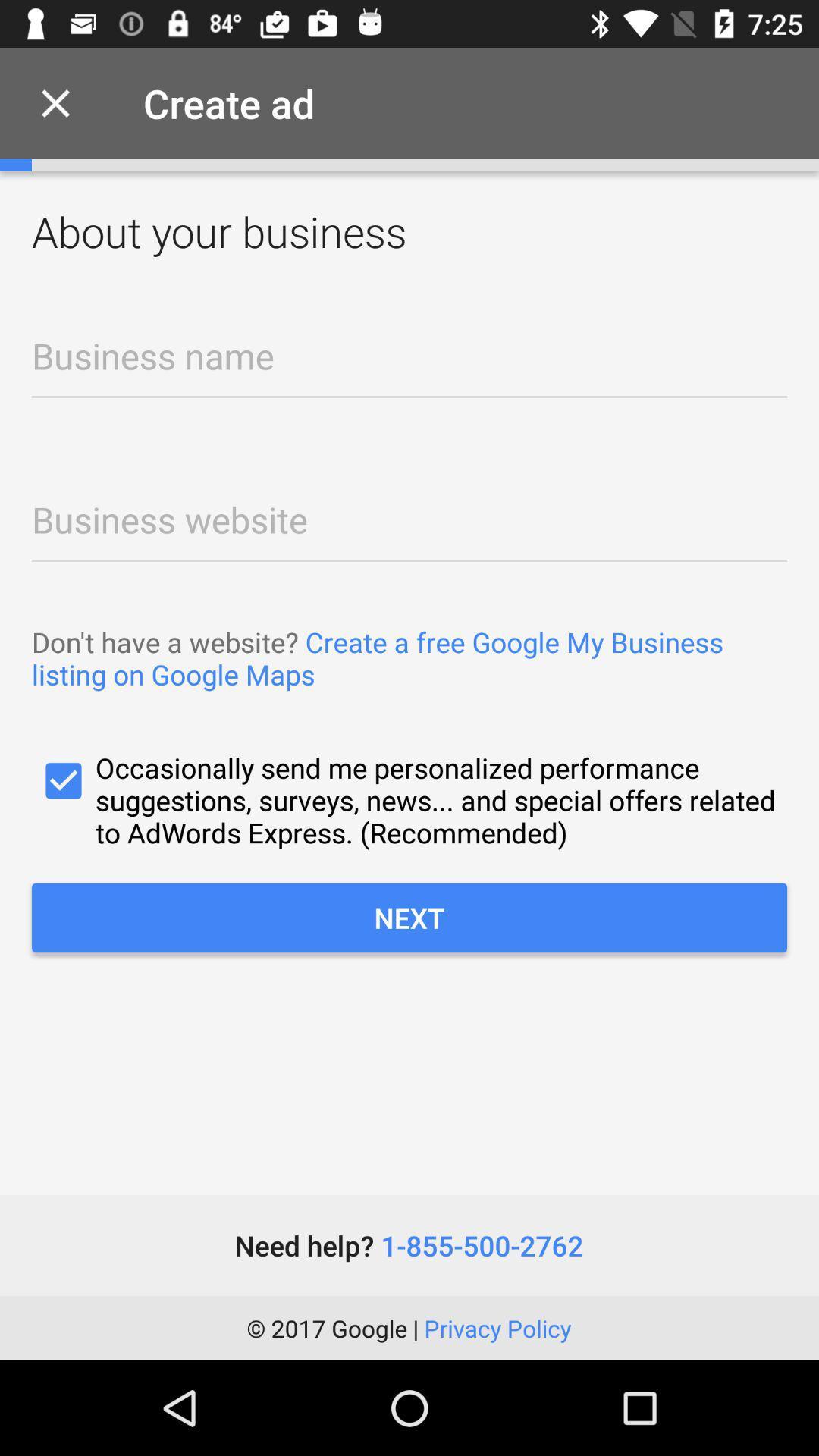  I want to click on the next, so click(409, 917).